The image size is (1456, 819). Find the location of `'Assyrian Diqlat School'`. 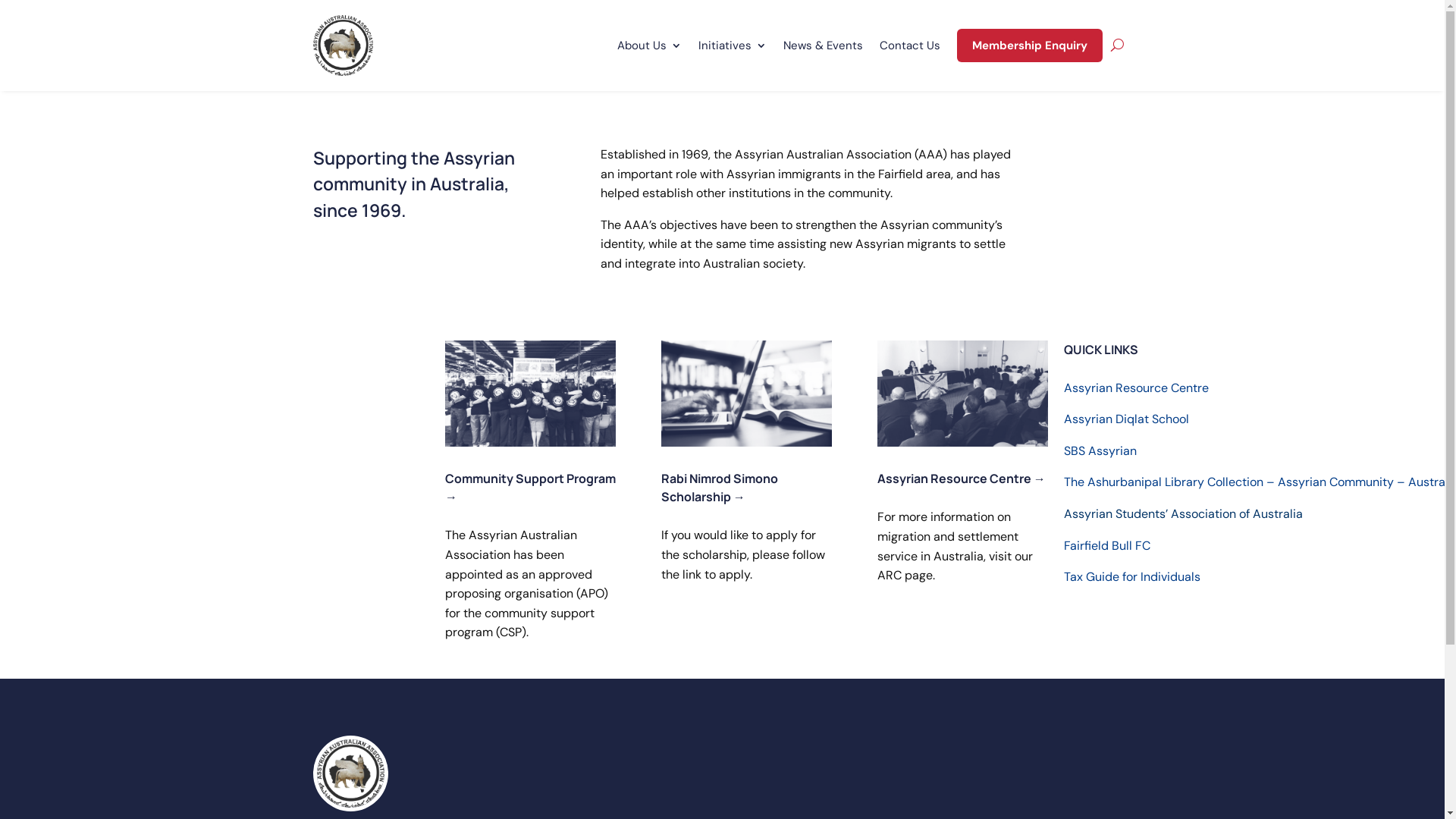

'Assyrian Diqlat School' is located at coordinates (1126, 419).